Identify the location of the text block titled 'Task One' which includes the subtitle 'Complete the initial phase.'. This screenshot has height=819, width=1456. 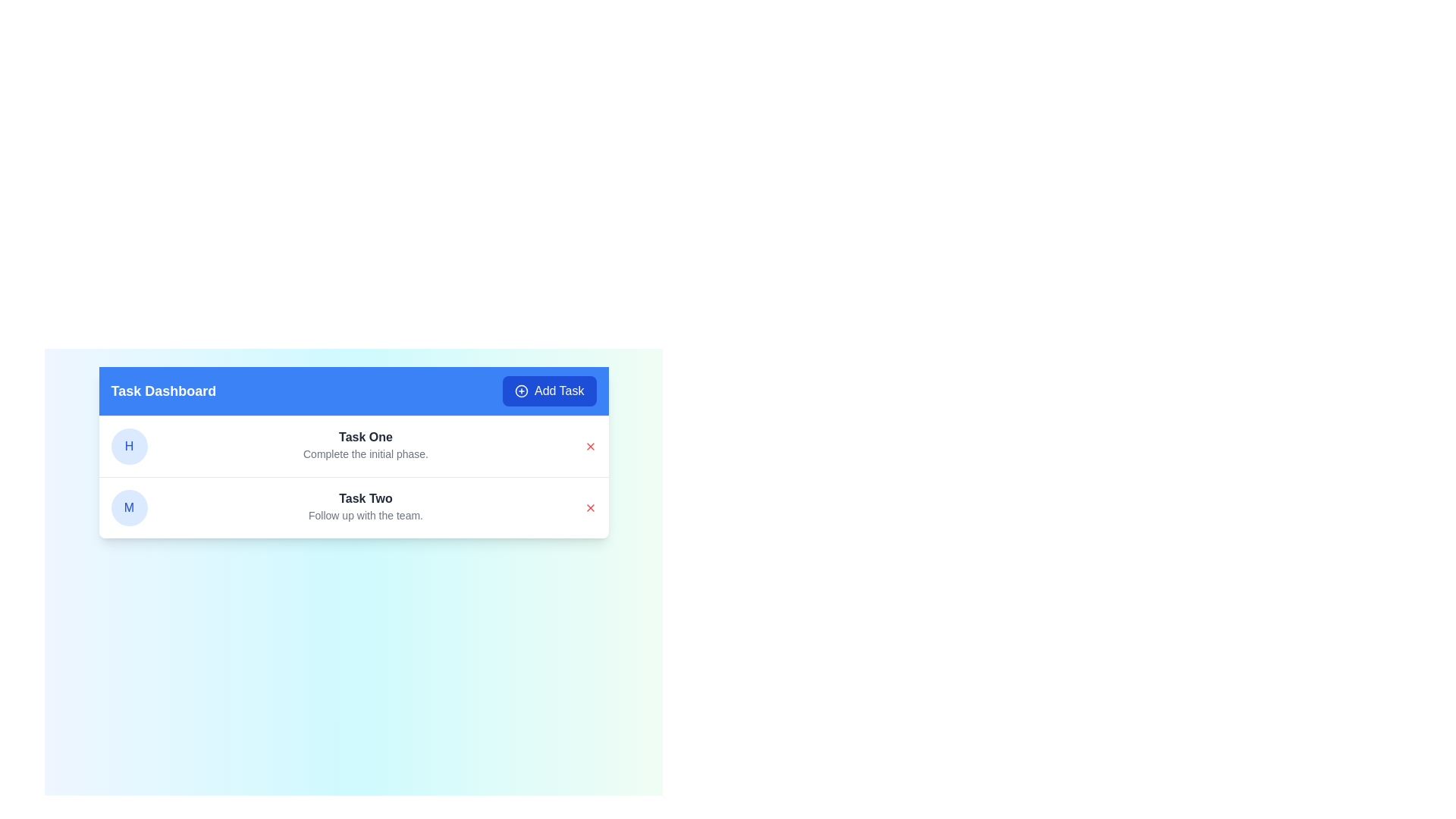
(366, 446).